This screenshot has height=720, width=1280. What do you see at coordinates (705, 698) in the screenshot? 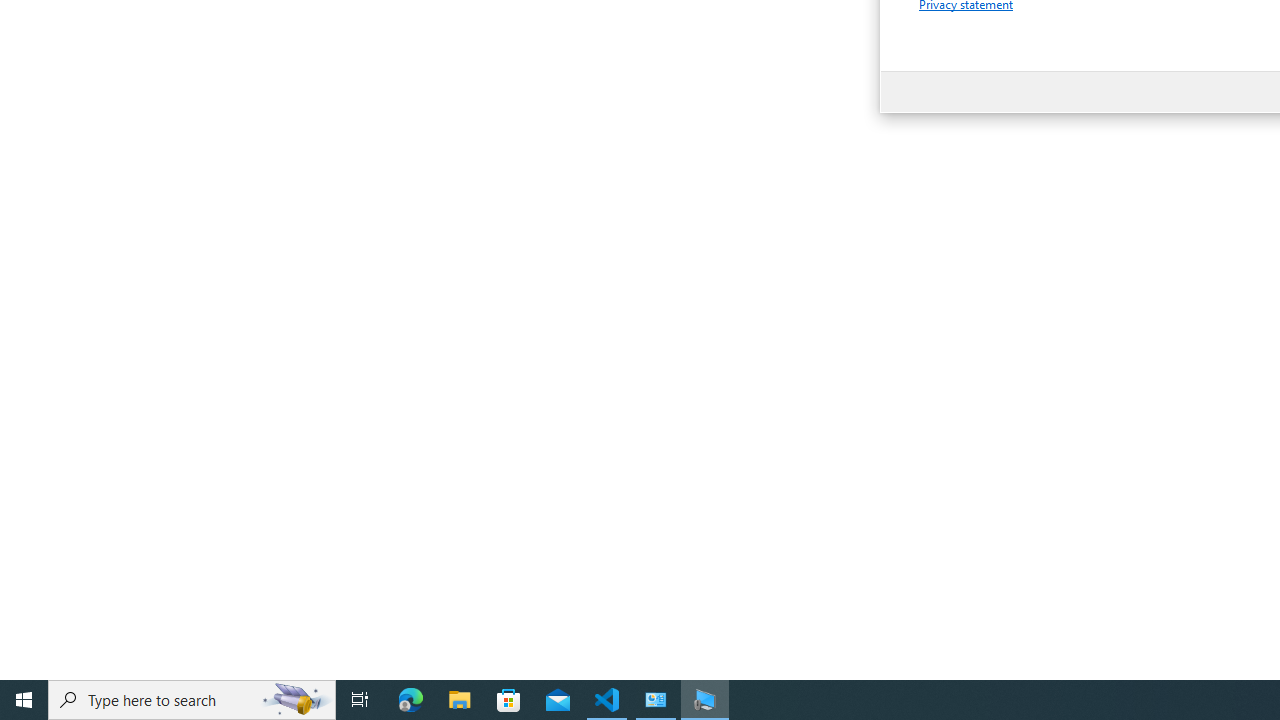
I see `'Windows Remote Assistance - 1 running window'` at bounding box center [705, 698].